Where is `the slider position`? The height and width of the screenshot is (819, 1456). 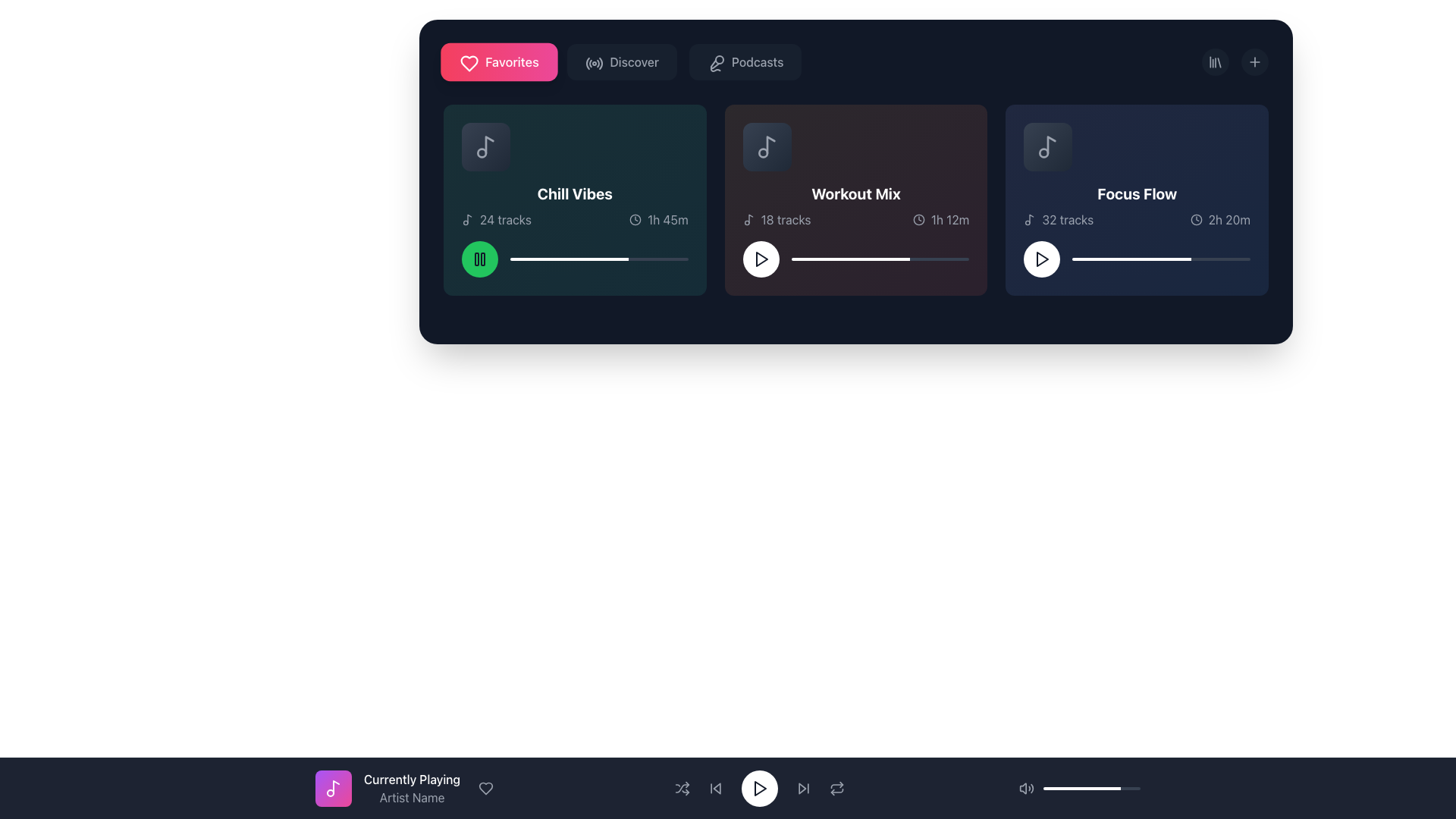
the slider position is located at coordinates (1119, 259).